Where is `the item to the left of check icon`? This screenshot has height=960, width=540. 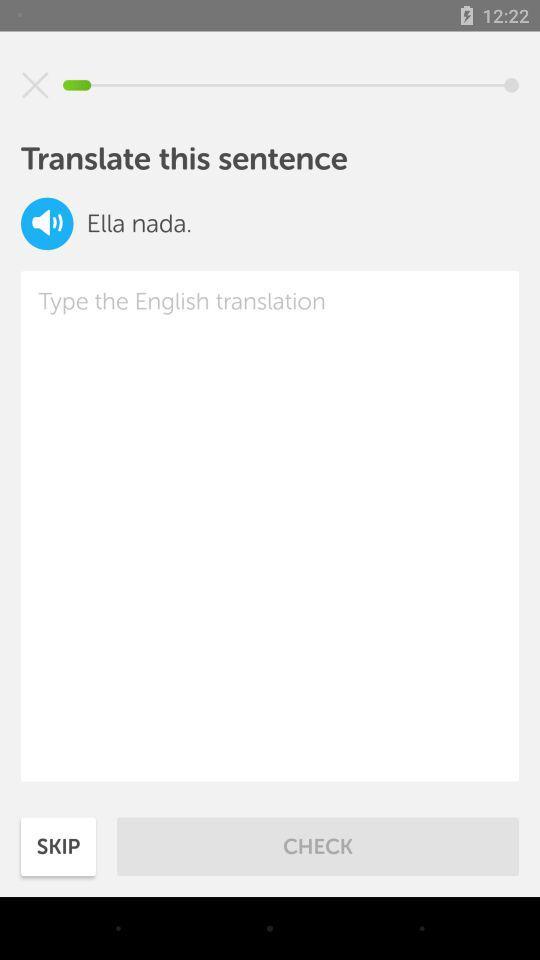 the item to the left of check icon is located at coordinates (58, 845).